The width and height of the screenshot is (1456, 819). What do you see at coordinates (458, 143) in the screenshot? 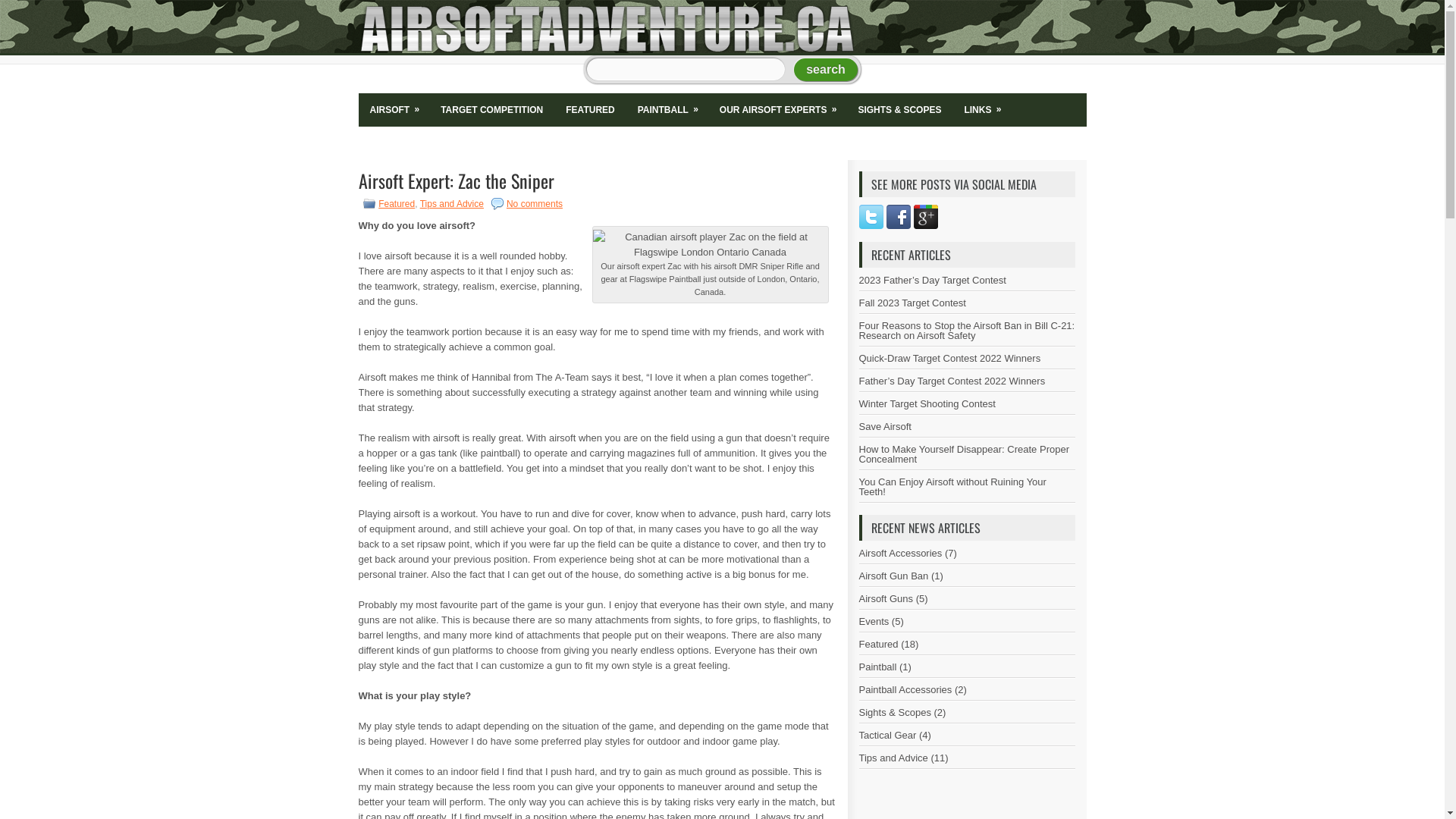
I see `'TOP GUN COMPETITION'` at bounding box center [458, 143].